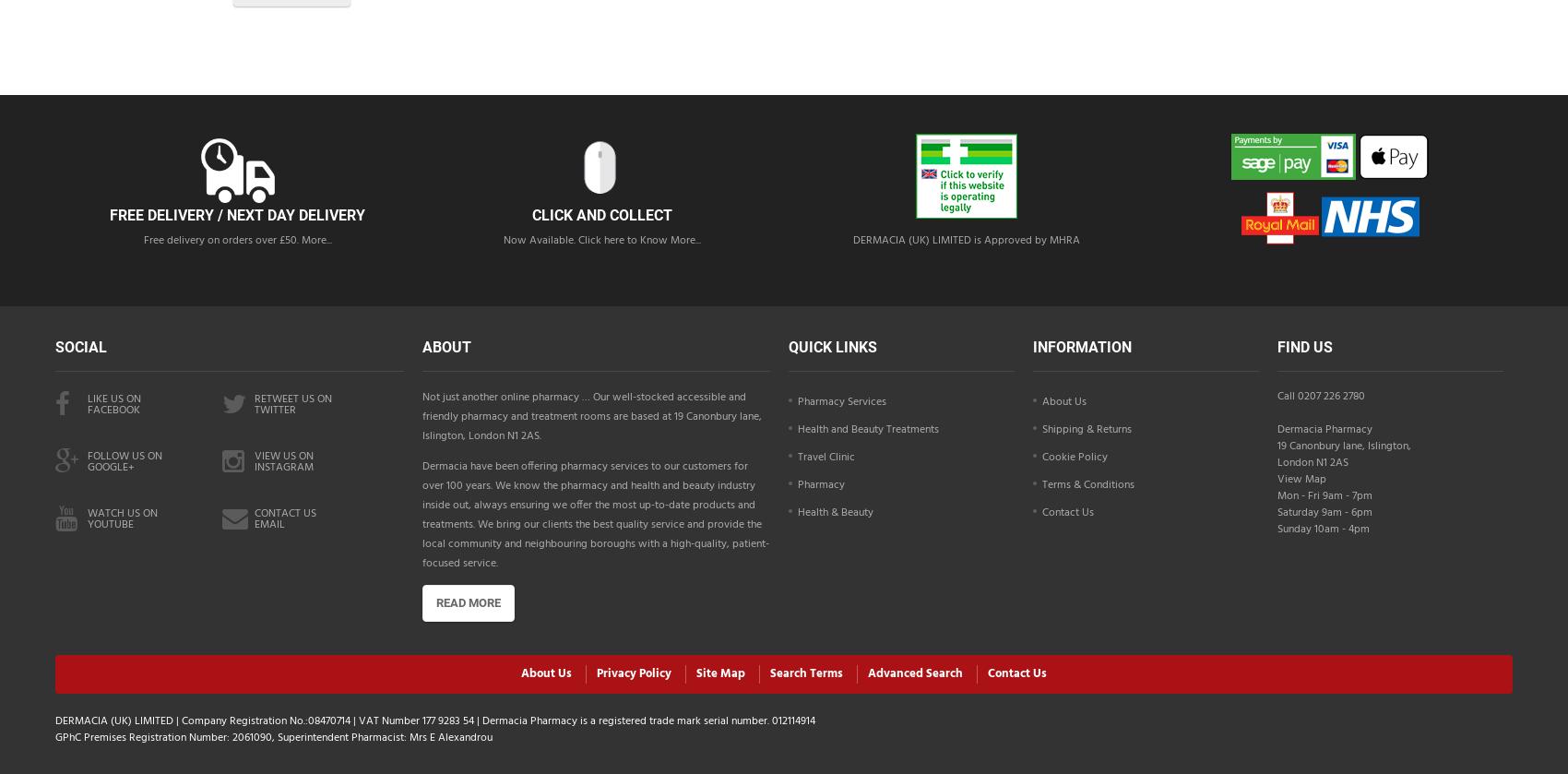  Describe the element at coordinates (1323, 494) in the screenshot. I see `'Mon - Fri 9am - 7pm'` at that location.